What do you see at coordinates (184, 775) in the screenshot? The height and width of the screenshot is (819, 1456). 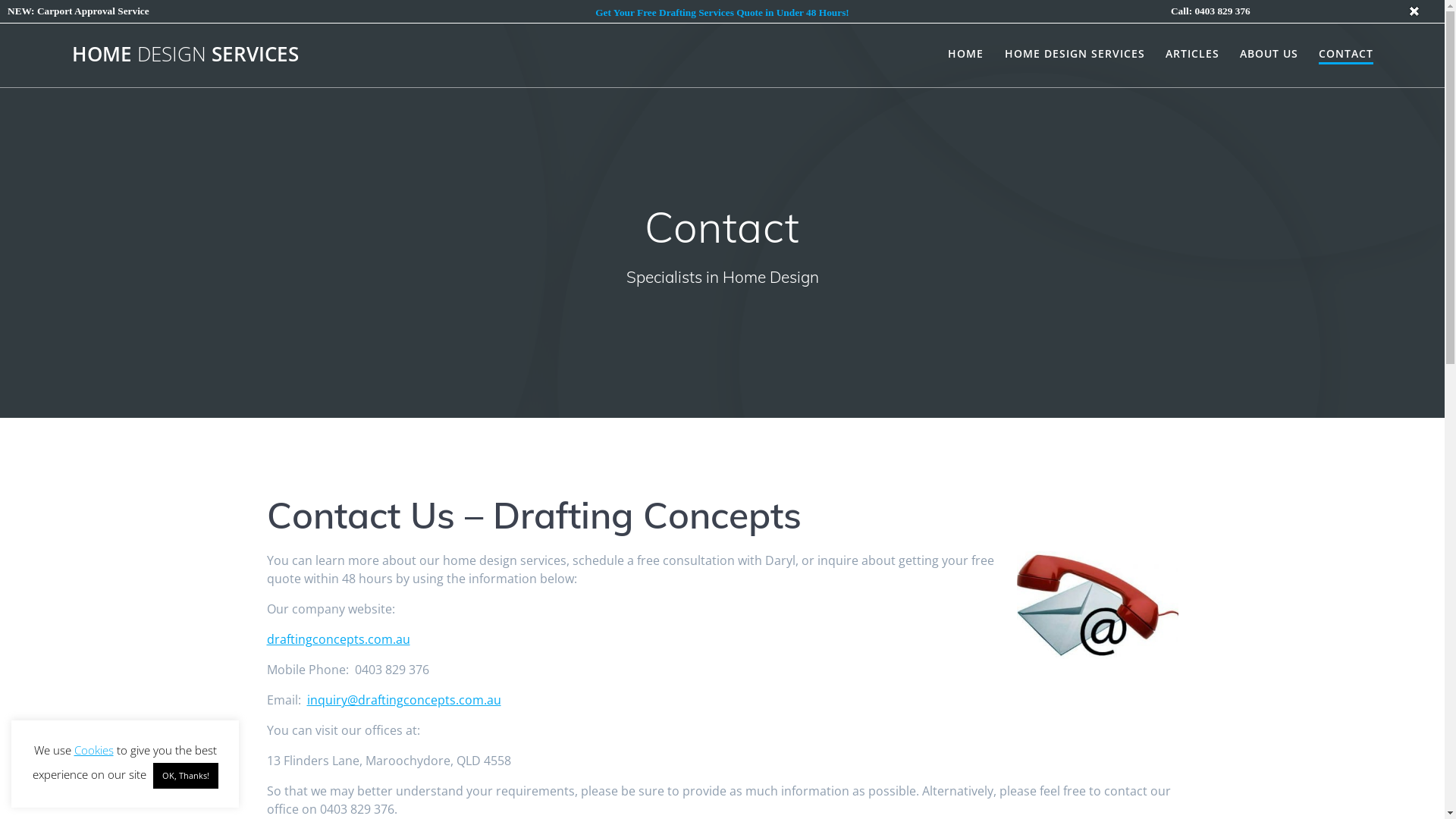 I see `'OK, Thanks!'` at bounding box center [184, 775].